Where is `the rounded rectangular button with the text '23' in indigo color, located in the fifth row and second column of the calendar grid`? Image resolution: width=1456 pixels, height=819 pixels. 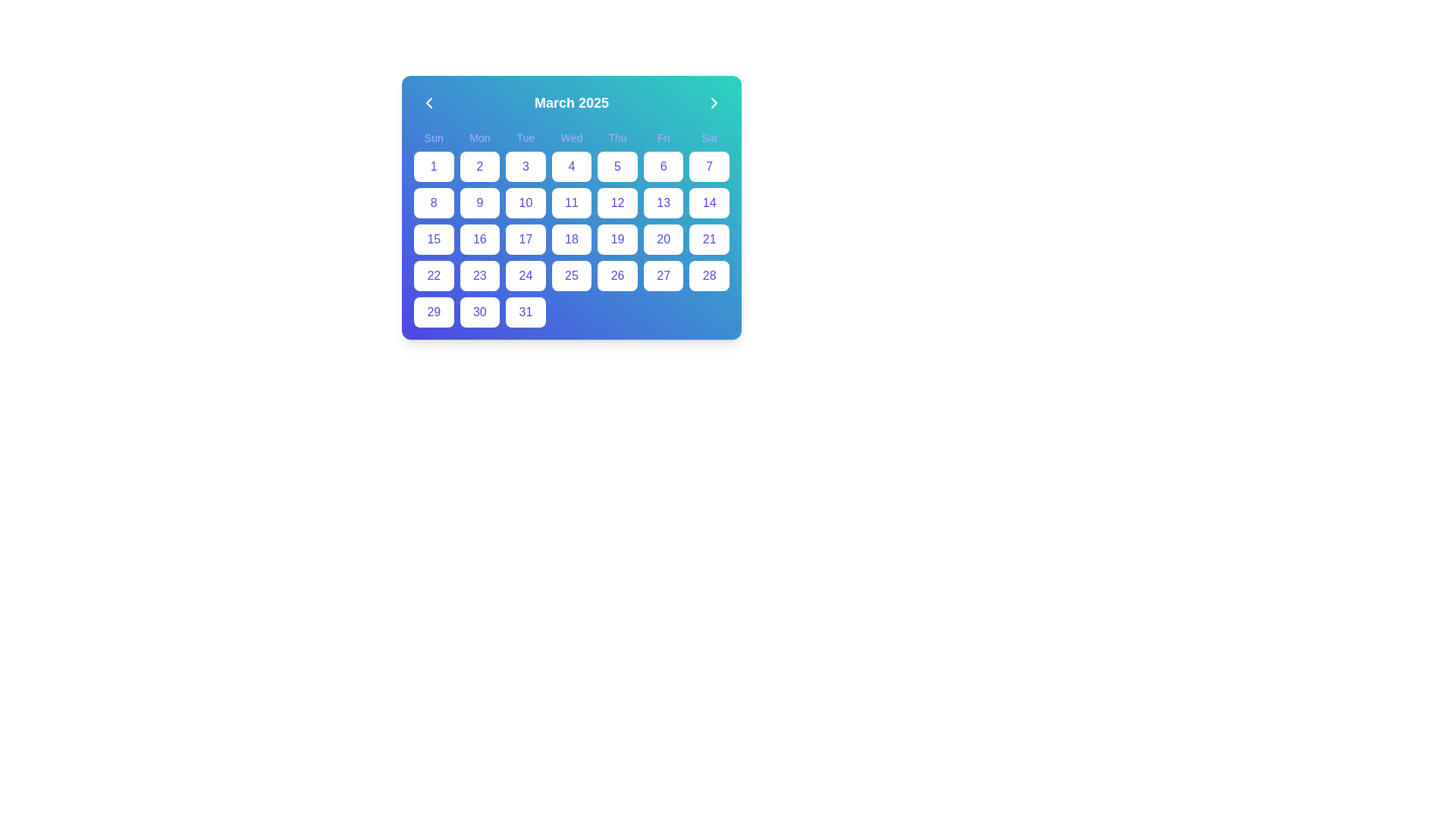 the rounded rectangular button with the text '23' in indigo color, located in the fifth row and second column of the calendar grid is located at coordinates (479, 275).